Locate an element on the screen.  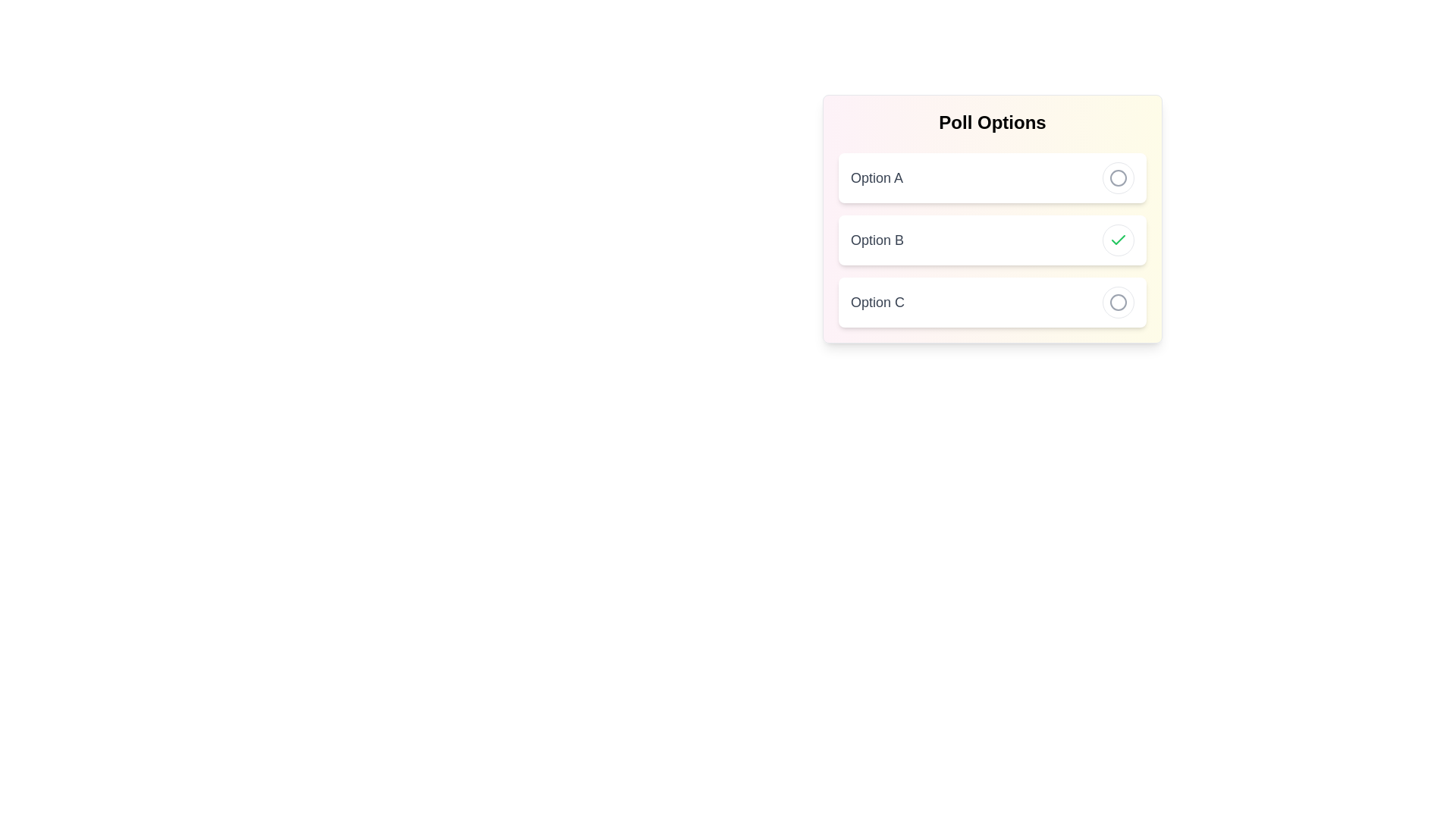
the toggle button of Option C to toggle its selection is located at coordinates (1118, 302).